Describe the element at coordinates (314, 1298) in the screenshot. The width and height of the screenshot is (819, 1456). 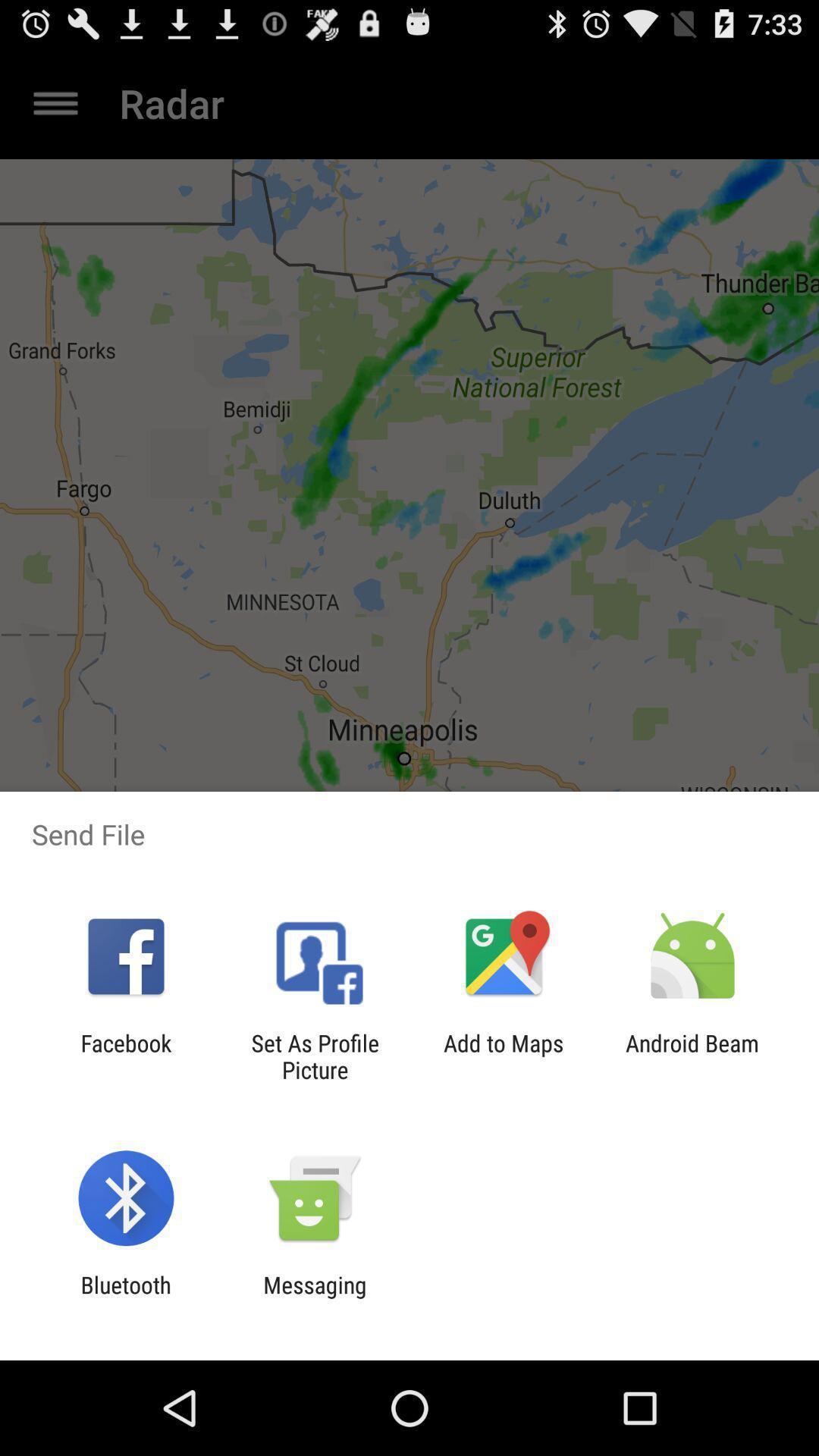
I see `app to the right of bluetooth` at that location.